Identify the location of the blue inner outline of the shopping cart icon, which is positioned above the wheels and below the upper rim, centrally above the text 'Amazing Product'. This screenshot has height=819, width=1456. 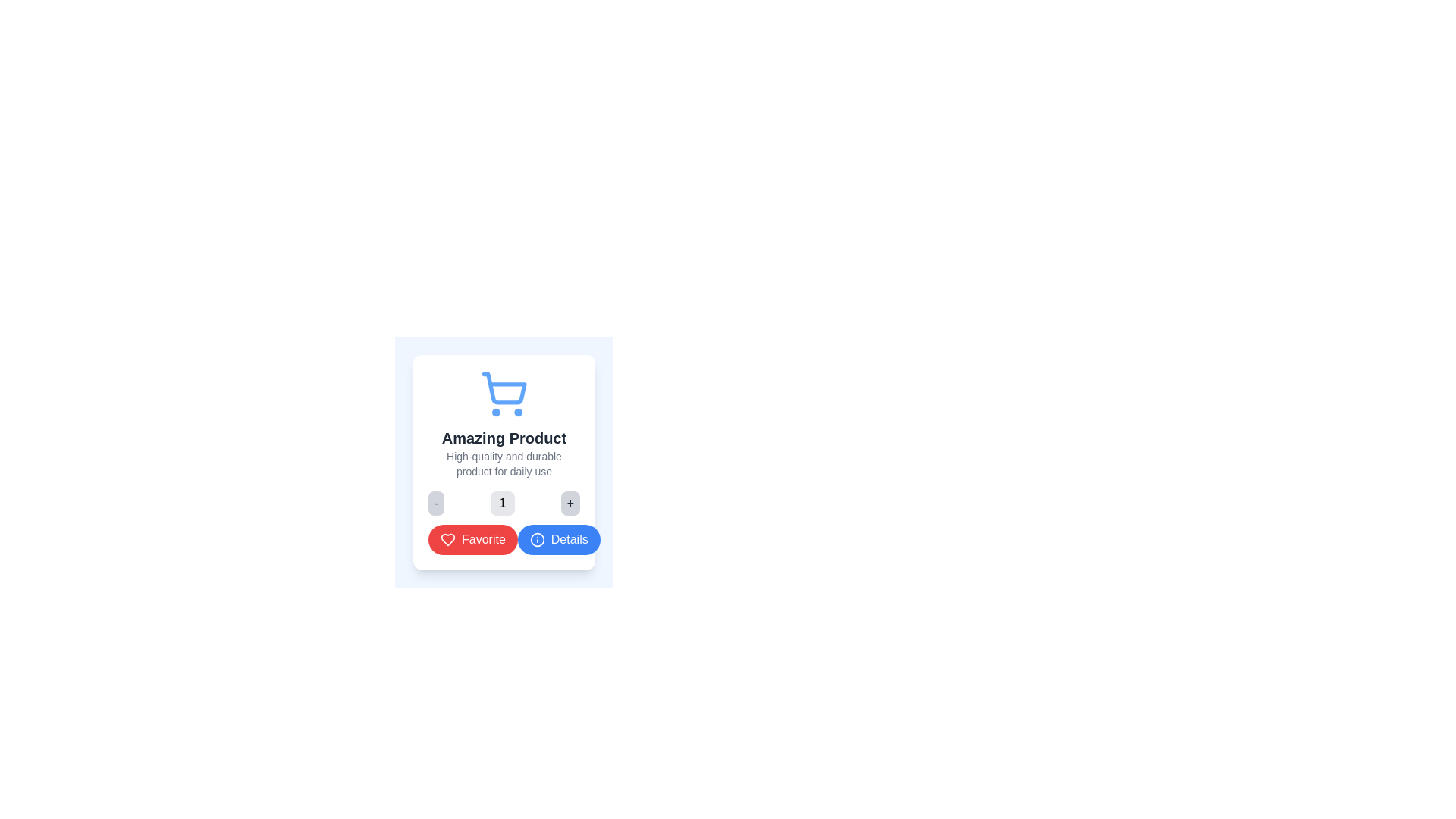
(504, 388).